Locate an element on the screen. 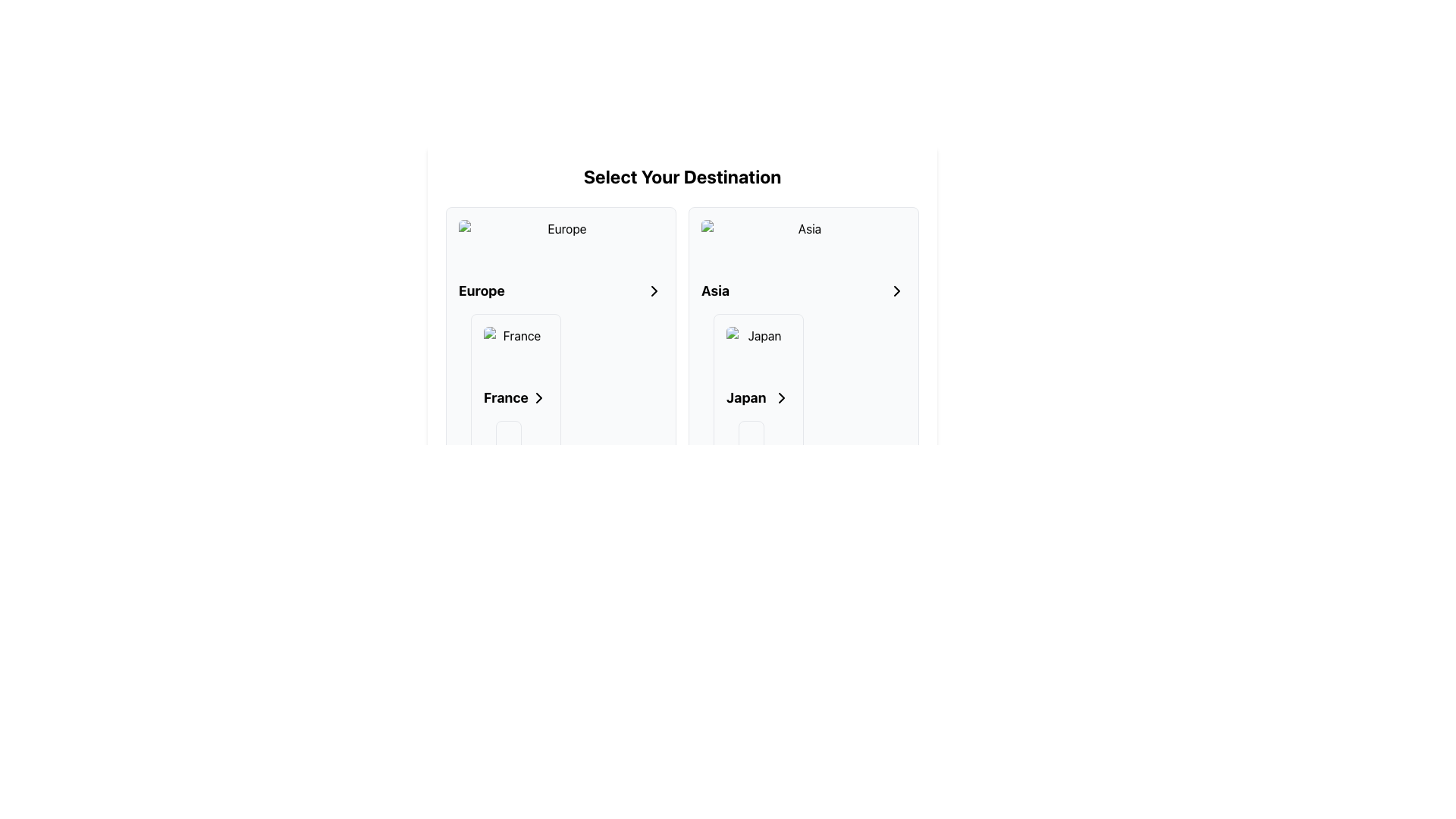  the rightward-pointing black chevron icon located to the far-right of the 'Europe' section is located at coordinates (654, 291).